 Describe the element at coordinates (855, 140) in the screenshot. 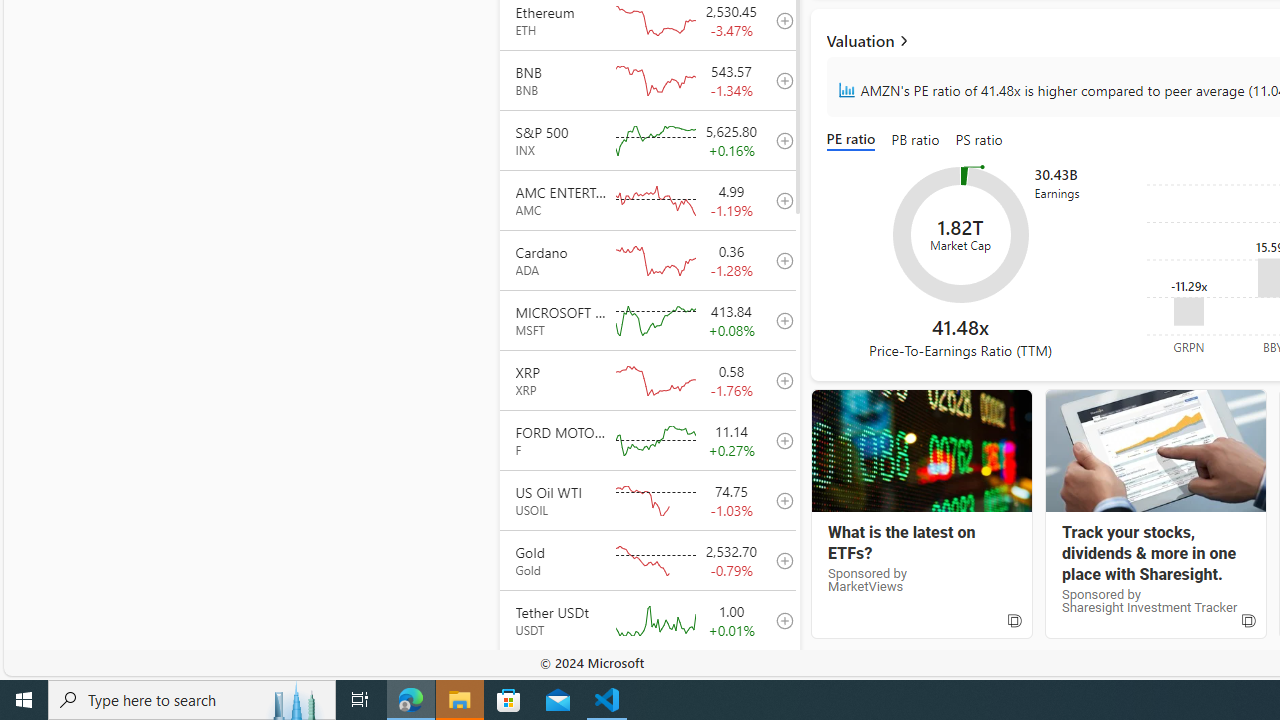

I see `'PE ratio'` at that location.